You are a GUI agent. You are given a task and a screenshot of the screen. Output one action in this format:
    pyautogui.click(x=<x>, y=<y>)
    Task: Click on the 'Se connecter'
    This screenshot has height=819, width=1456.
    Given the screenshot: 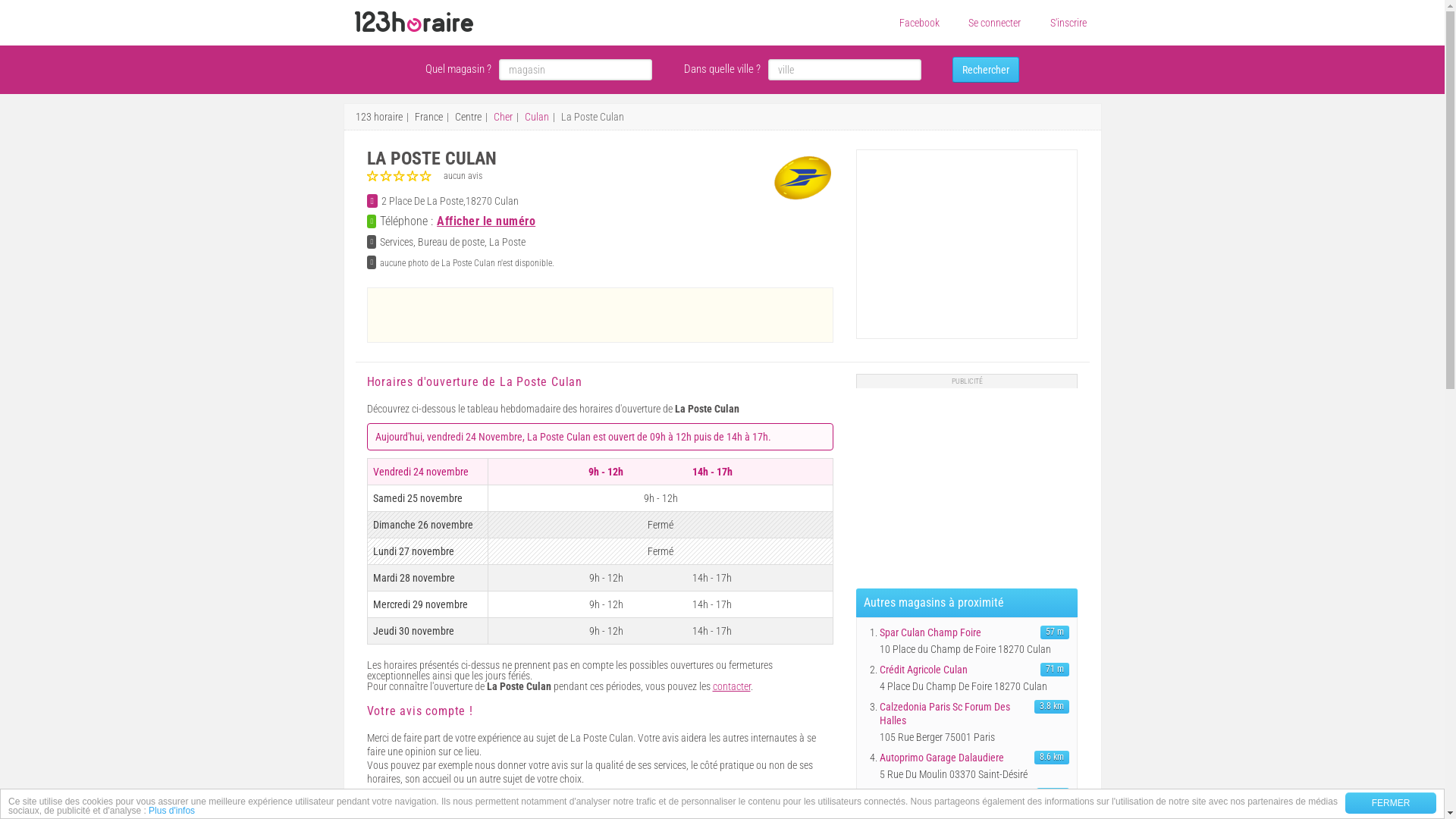 What is the action you would take?
    pyautogui.click(x=967, y=23)
    